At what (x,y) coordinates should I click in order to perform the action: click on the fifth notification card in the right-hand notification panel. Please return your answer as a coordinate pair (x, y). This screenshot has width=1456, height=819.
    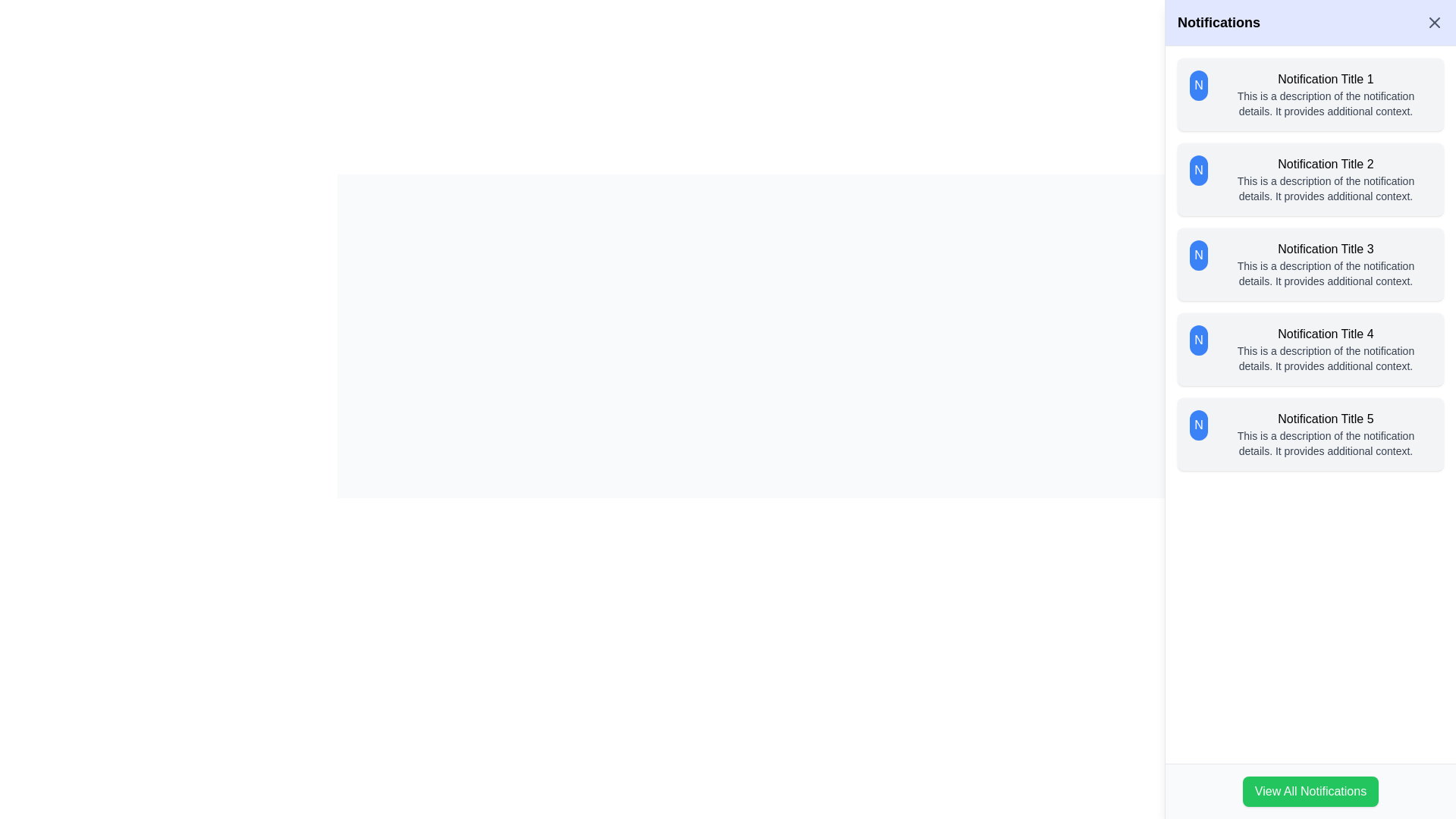
    Looking at the image, I should click on (1310, 435).